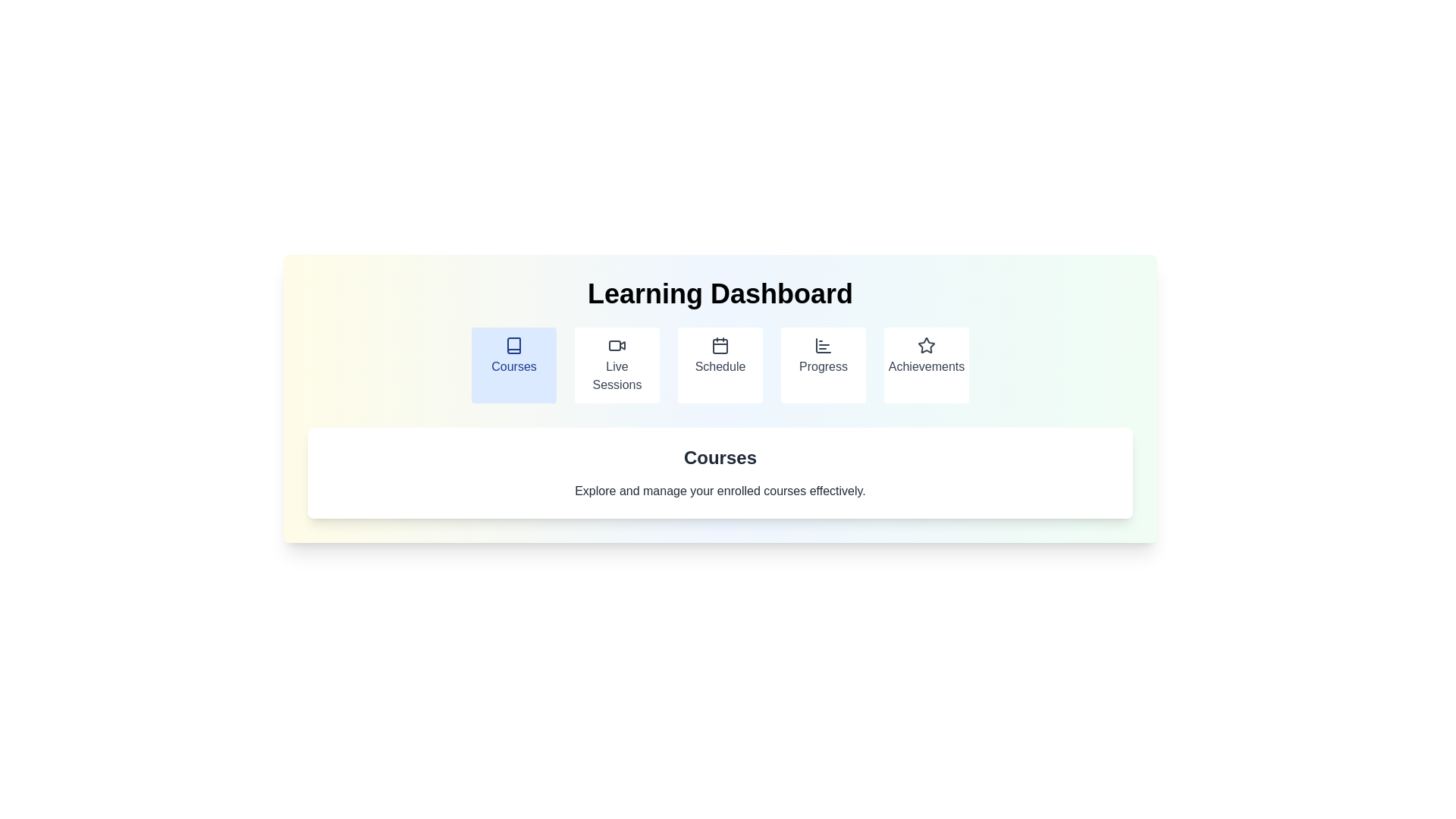 This screenshot has height=819, width=1456. What do you see at coordinates (926, 366) in the screenshot?
I see `the 'Achievements' button, which is a rectangular button with rounded corners and a white background, containing a centered star icon and the label 'Achievements' below it` at bounding box center [926, 366].